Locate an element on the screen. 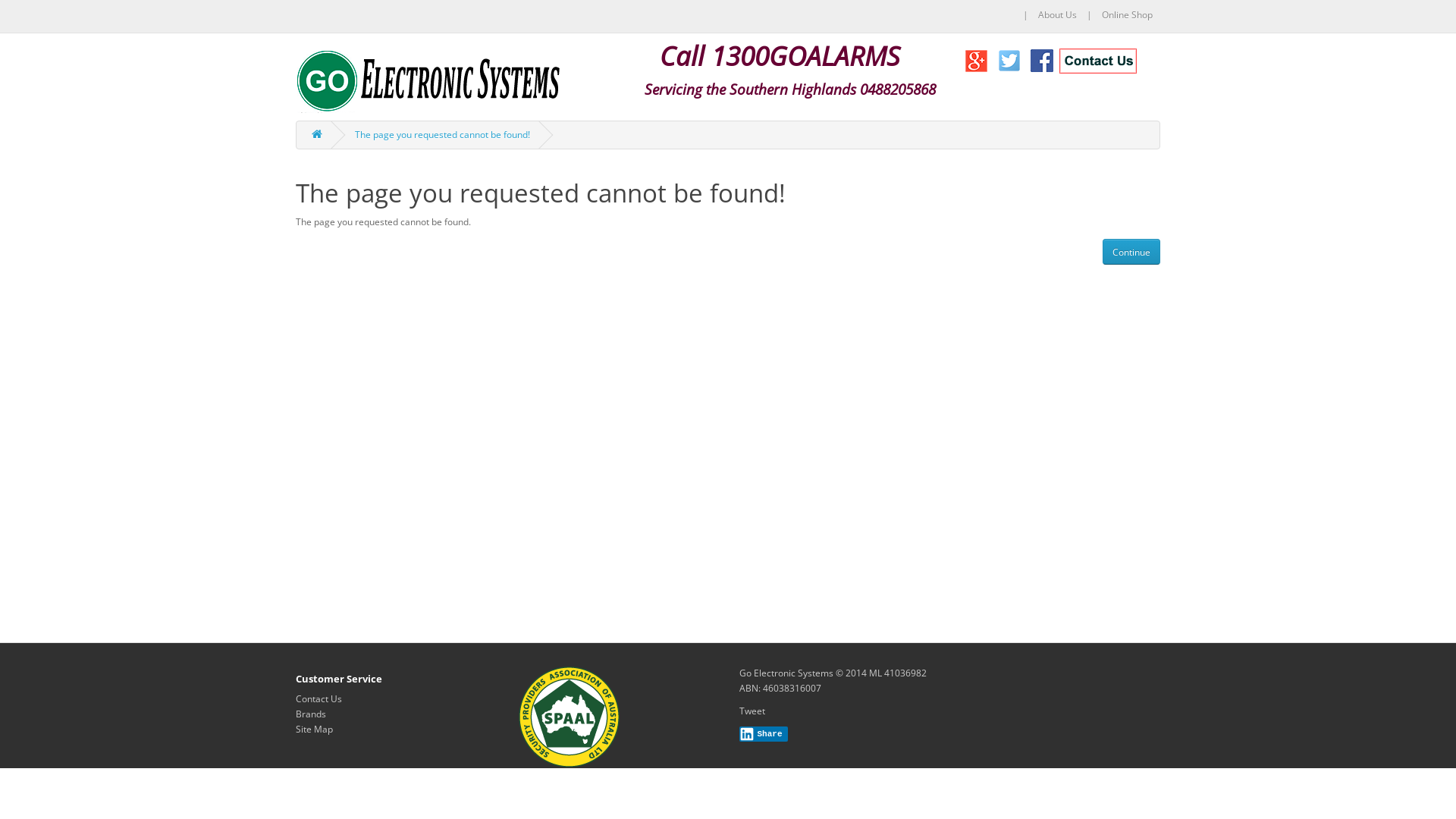 This screenshot has width=1456, height=819. 'The page you requested cannot be found!' is located at coordinates (353, 133).